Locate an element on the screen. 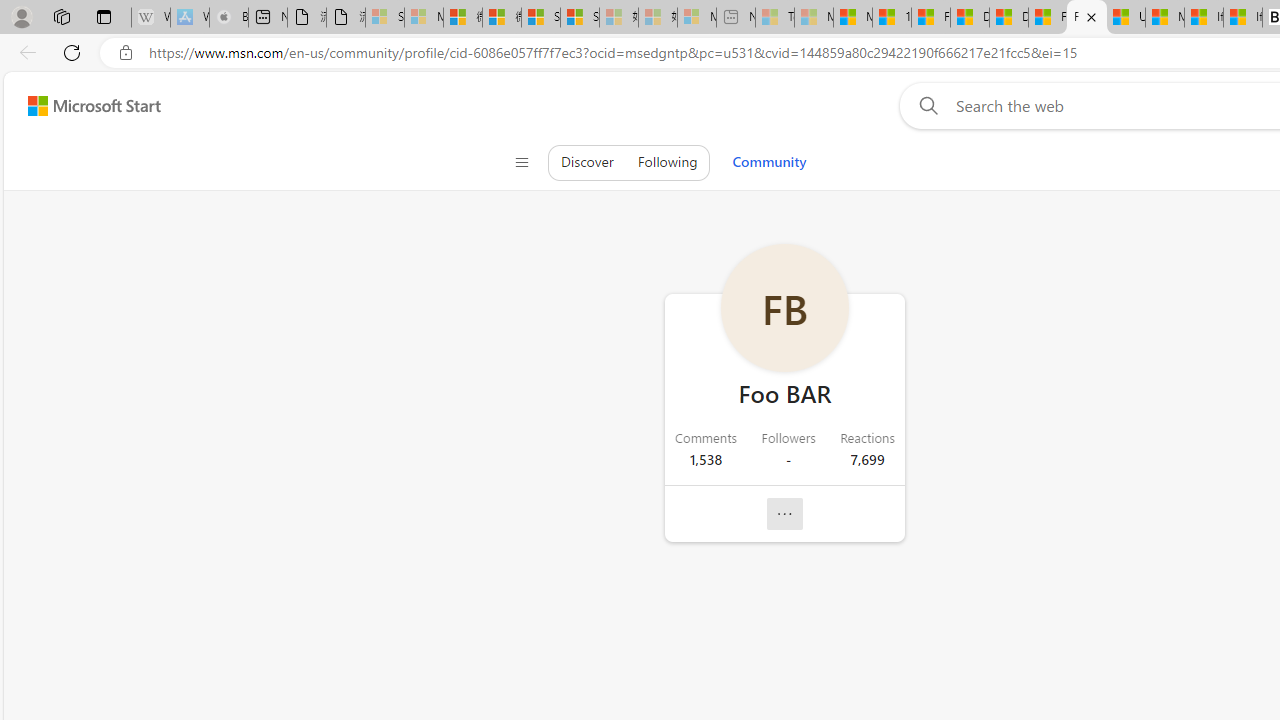 Image resolution: width=1280 pixels, height=720 pixels. 'Sign in to your Microsoft account - Sleeping' is located at coordinates (385, 17).